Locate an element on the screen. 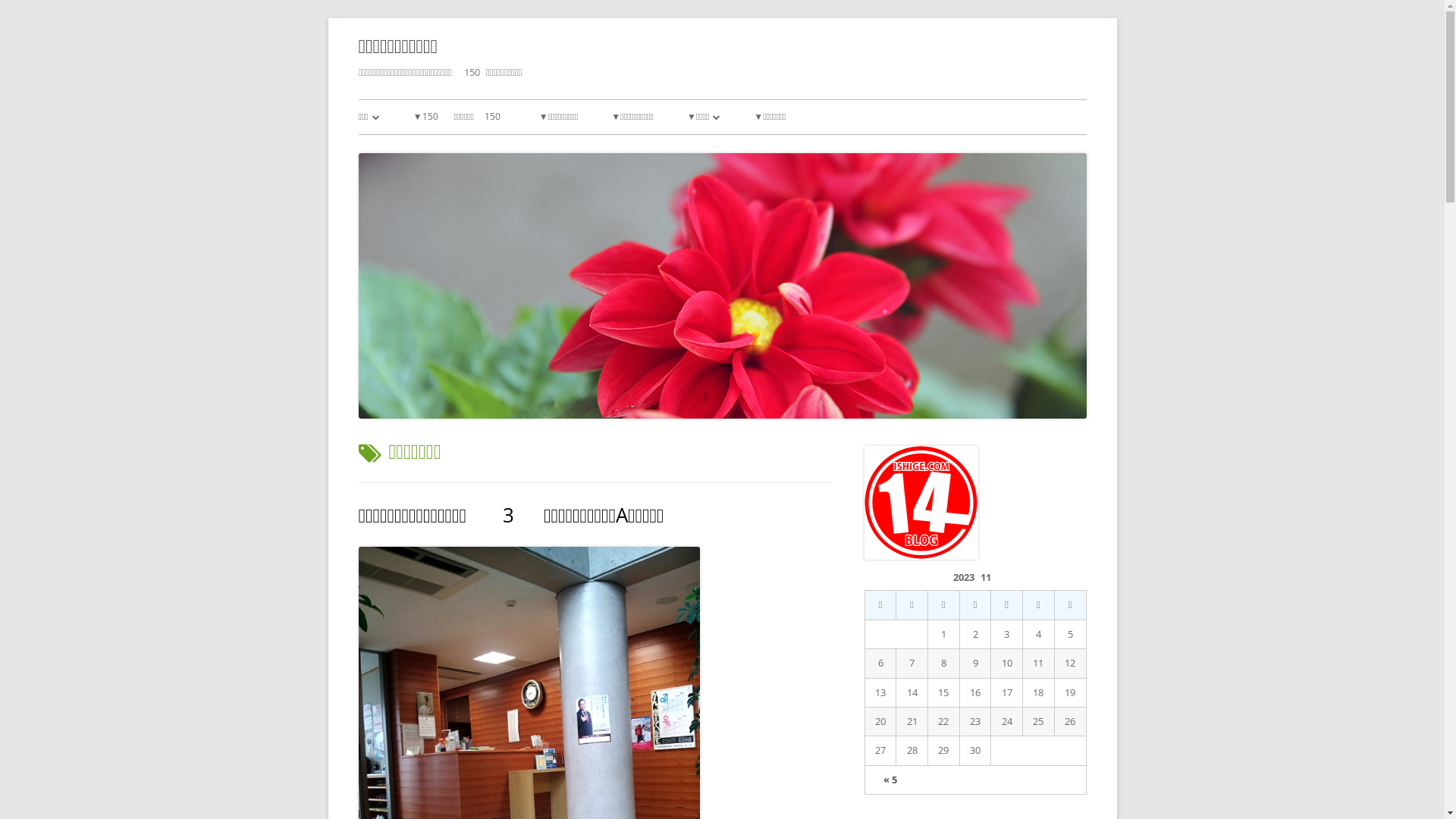 The width and height of the screenshot is (1456, 819). '14ge.com Blog icon' is located at coordinates (920, 503).